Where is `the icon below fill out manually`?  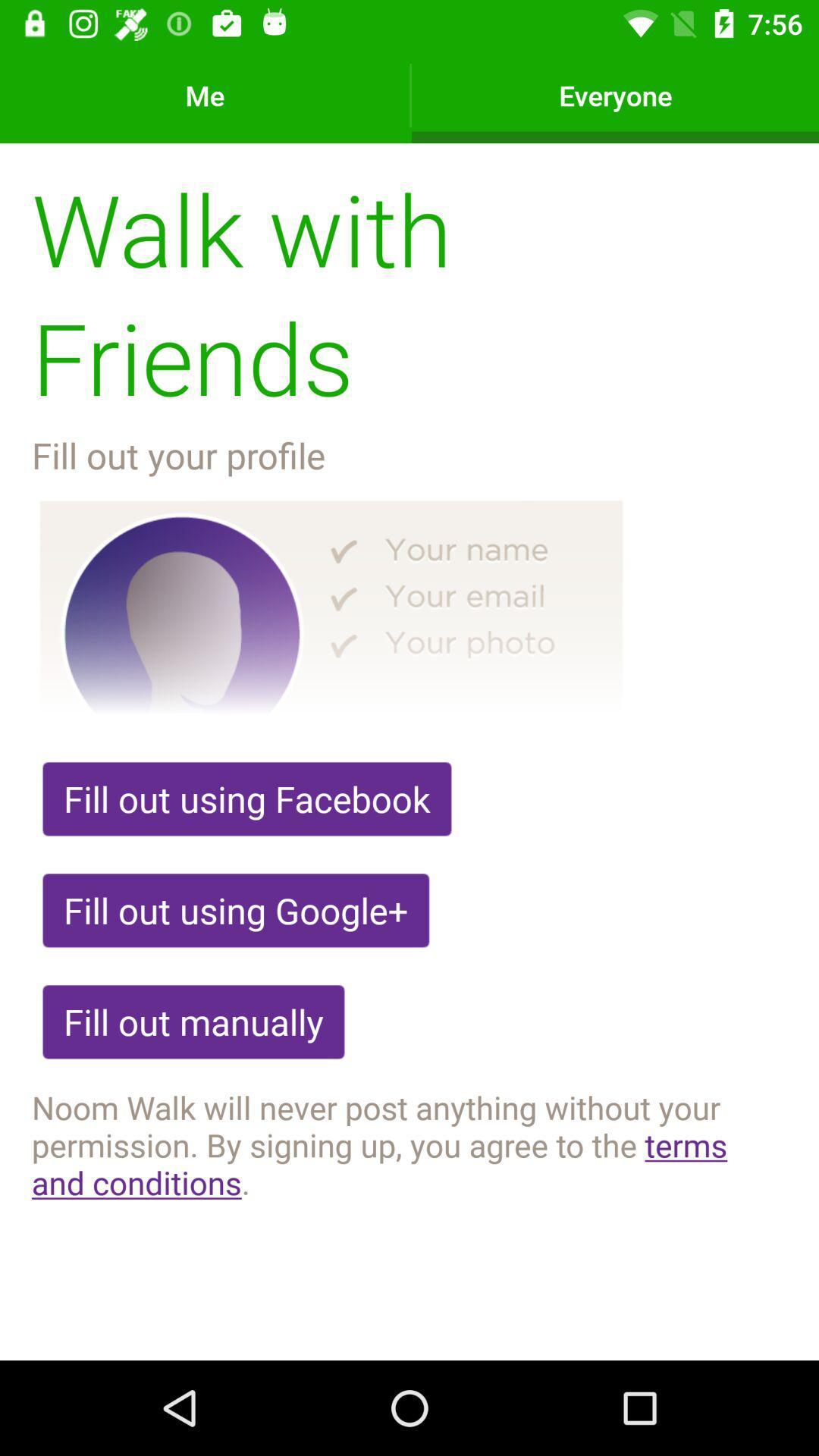
the icon below fill out manually is located at coordinates (409, 1144).